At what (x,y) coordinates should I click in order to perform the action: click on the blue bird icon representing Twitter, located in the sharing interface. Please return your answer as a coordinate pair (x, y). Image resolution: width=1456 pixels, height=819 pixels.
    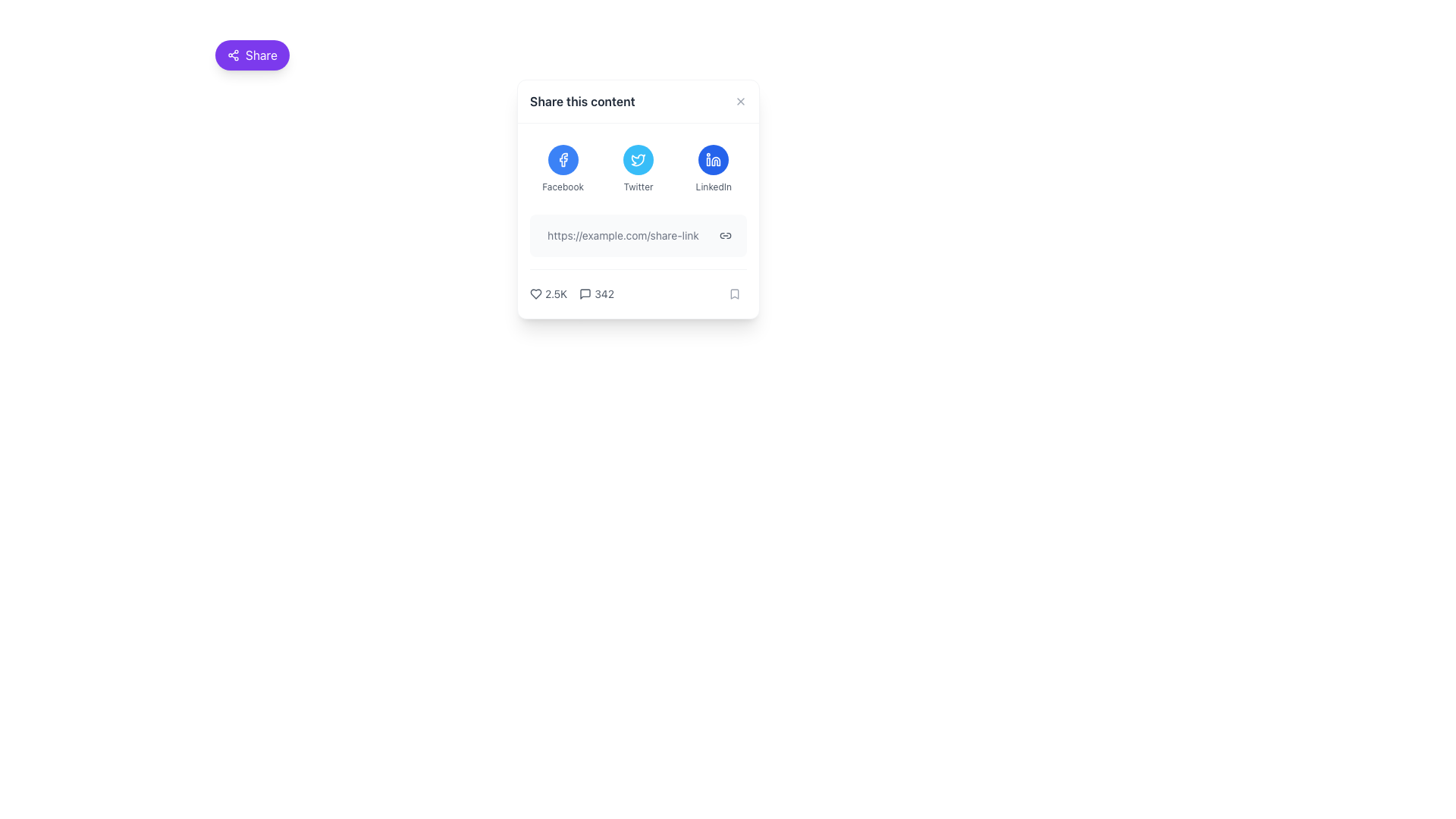
    Looking at the image, I should click on (638, 160).